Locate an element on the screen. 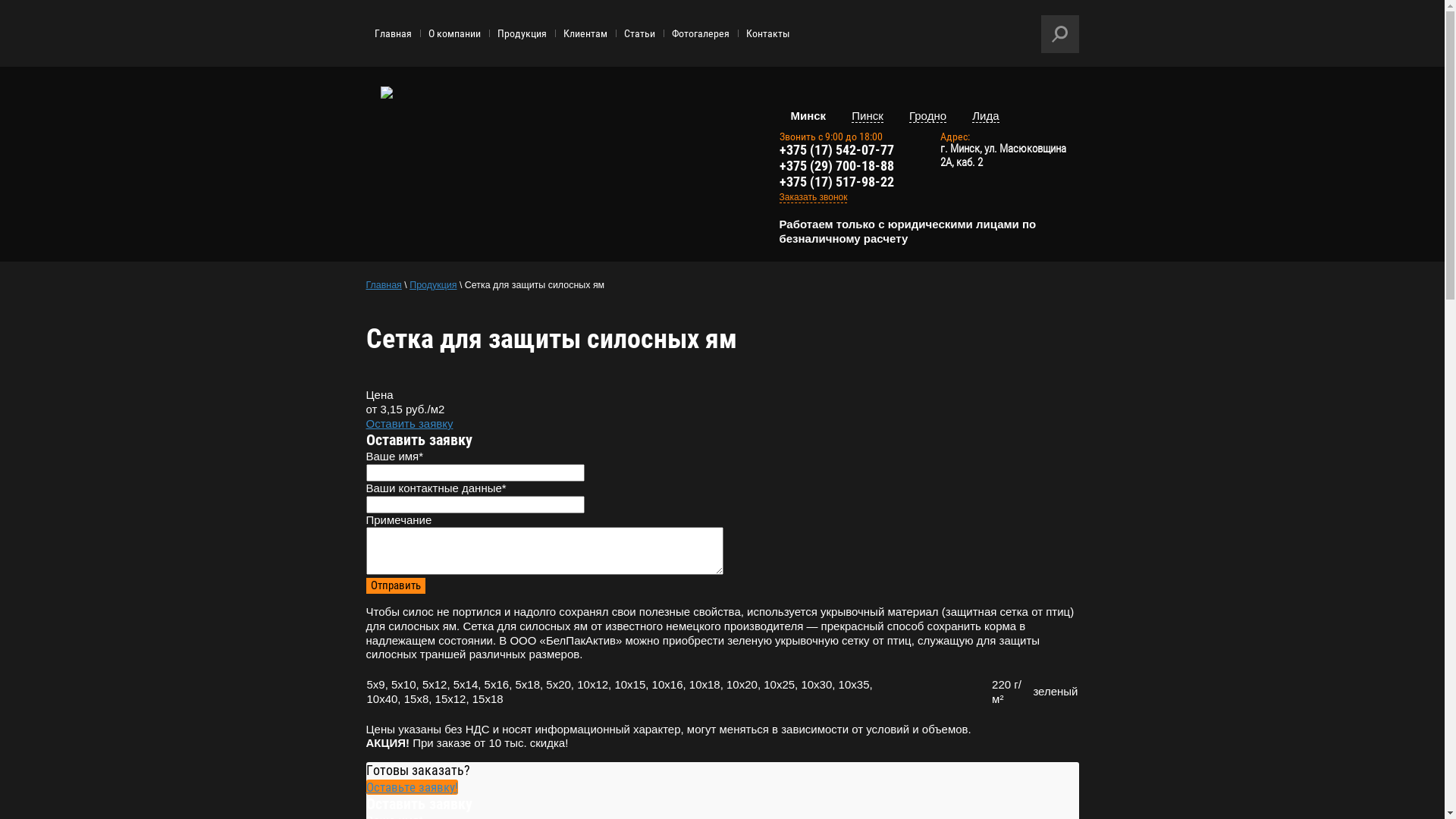 The image size is (1456, 819). '+375 (17) 517-98-22' is located at coordinates (836, 180).